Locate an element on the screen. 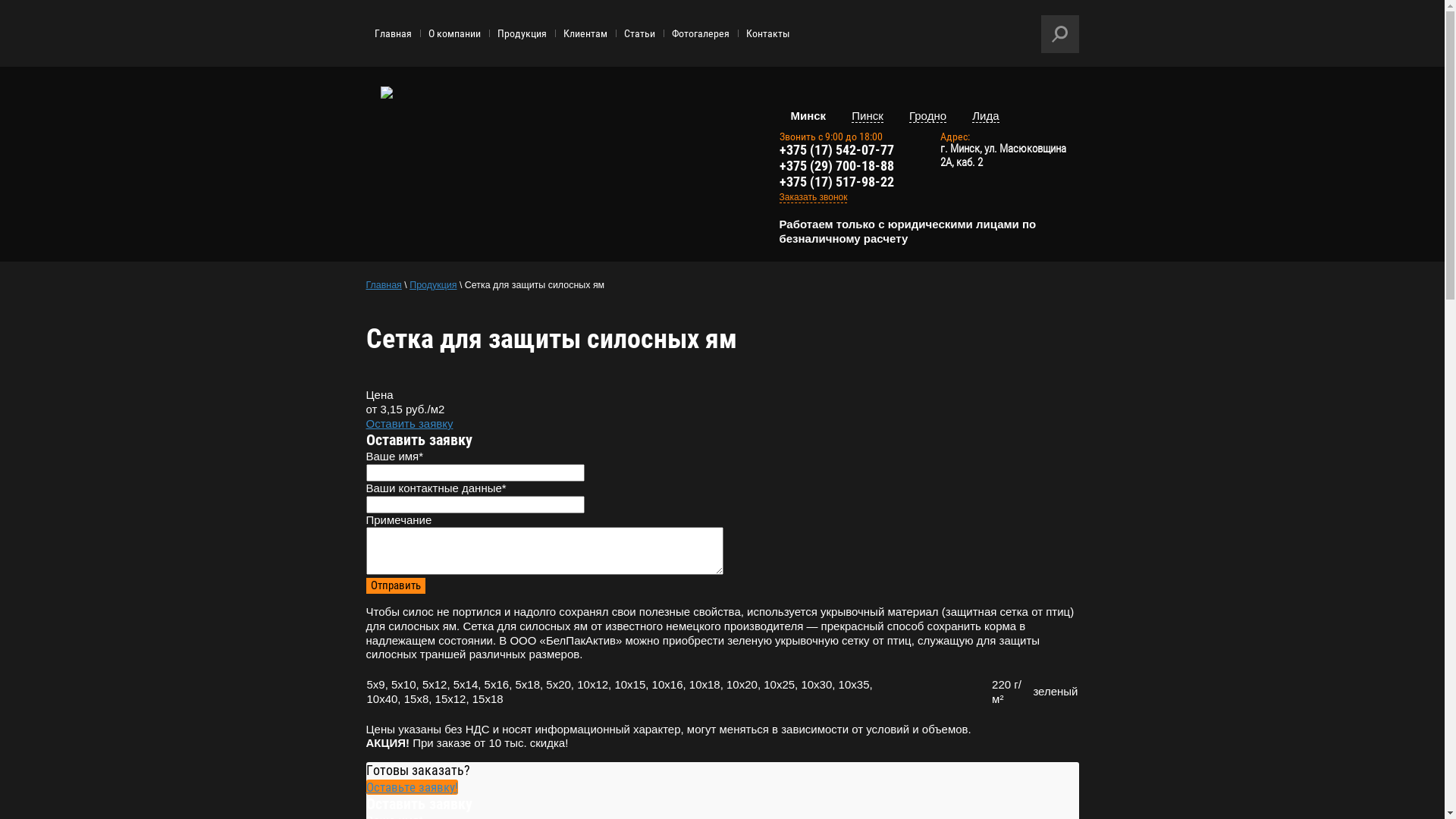 The image size is (1456, 819). '+375 (17) 517-98-22' is located at coordinates (836, 180).